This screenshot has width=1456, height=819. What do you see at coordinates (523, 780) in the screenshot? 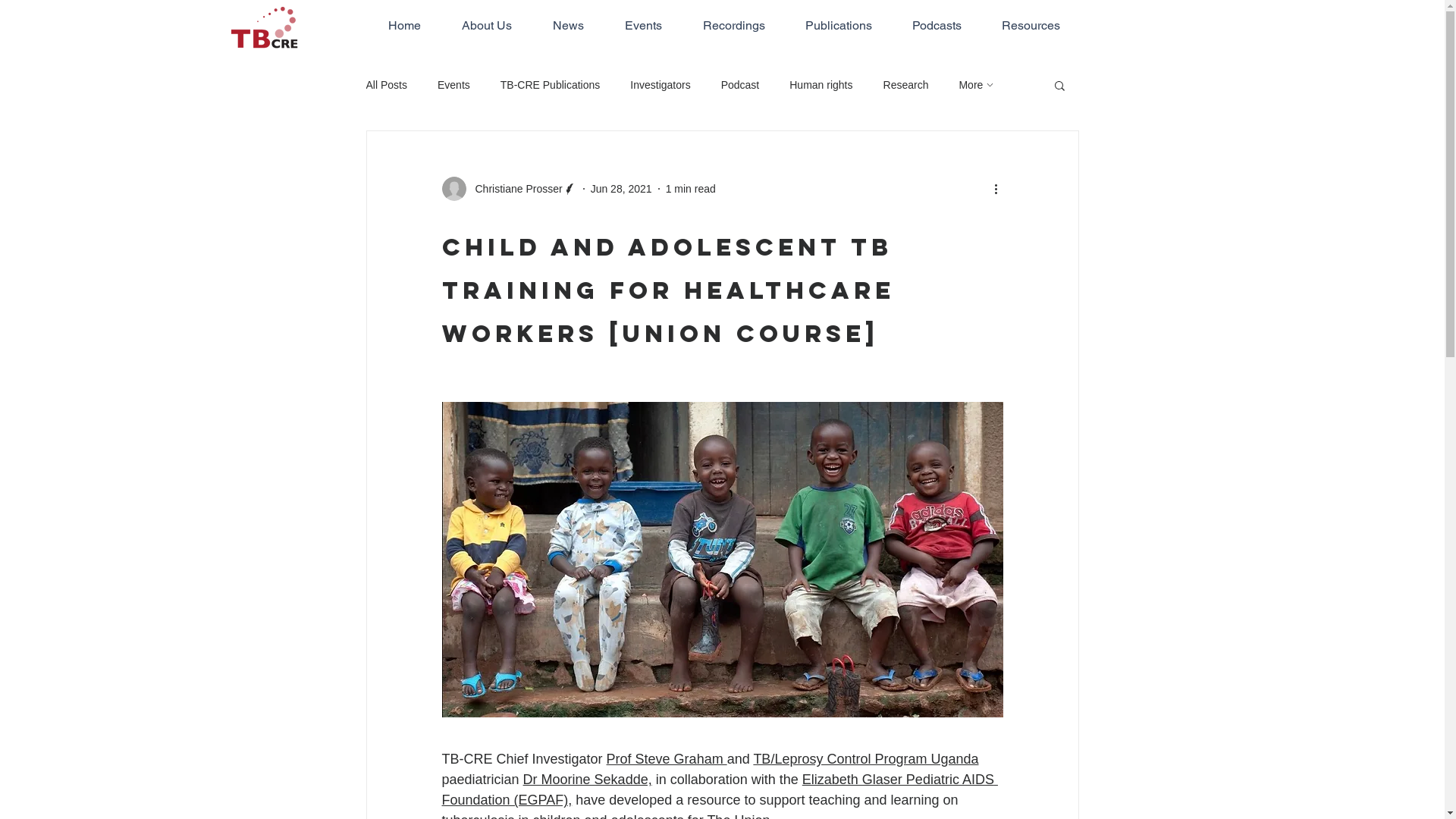
I see `'Dr Moorine Sekadde,'` at bounding box center [523, 780].